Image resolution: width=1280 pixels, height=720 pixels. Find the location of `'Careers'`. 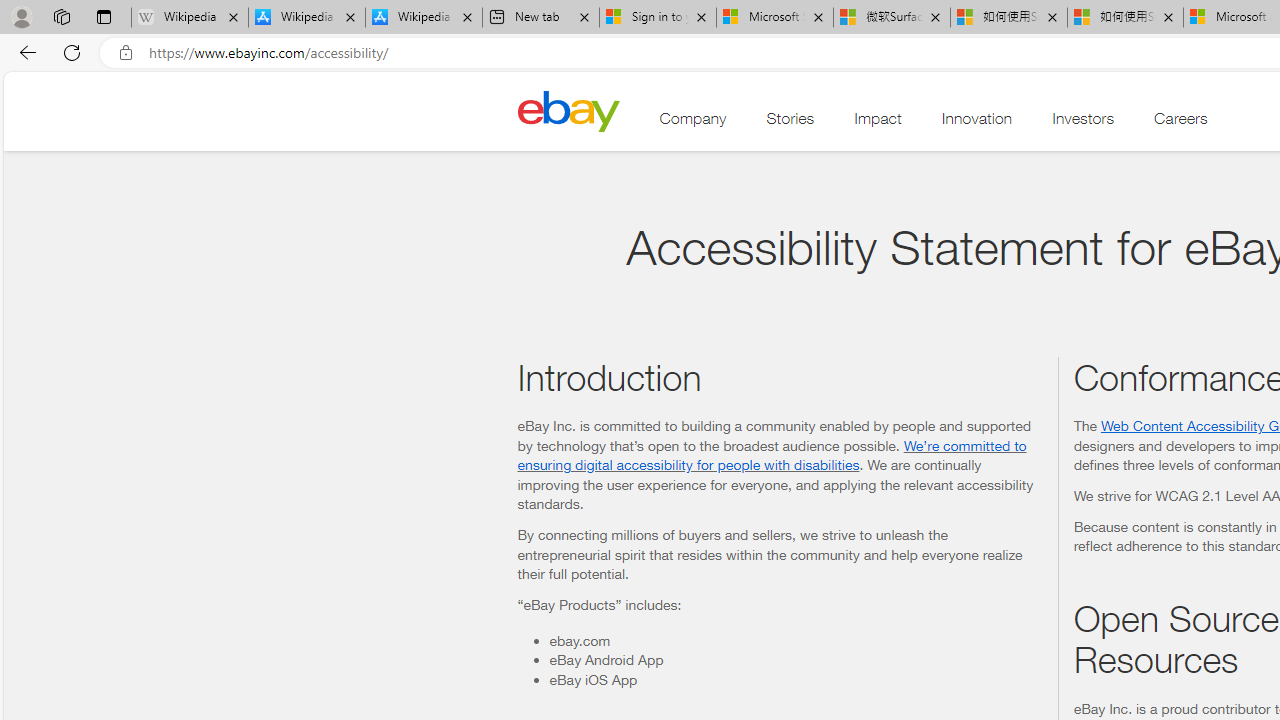

'Careers' is located at coordinates (1181, 123).